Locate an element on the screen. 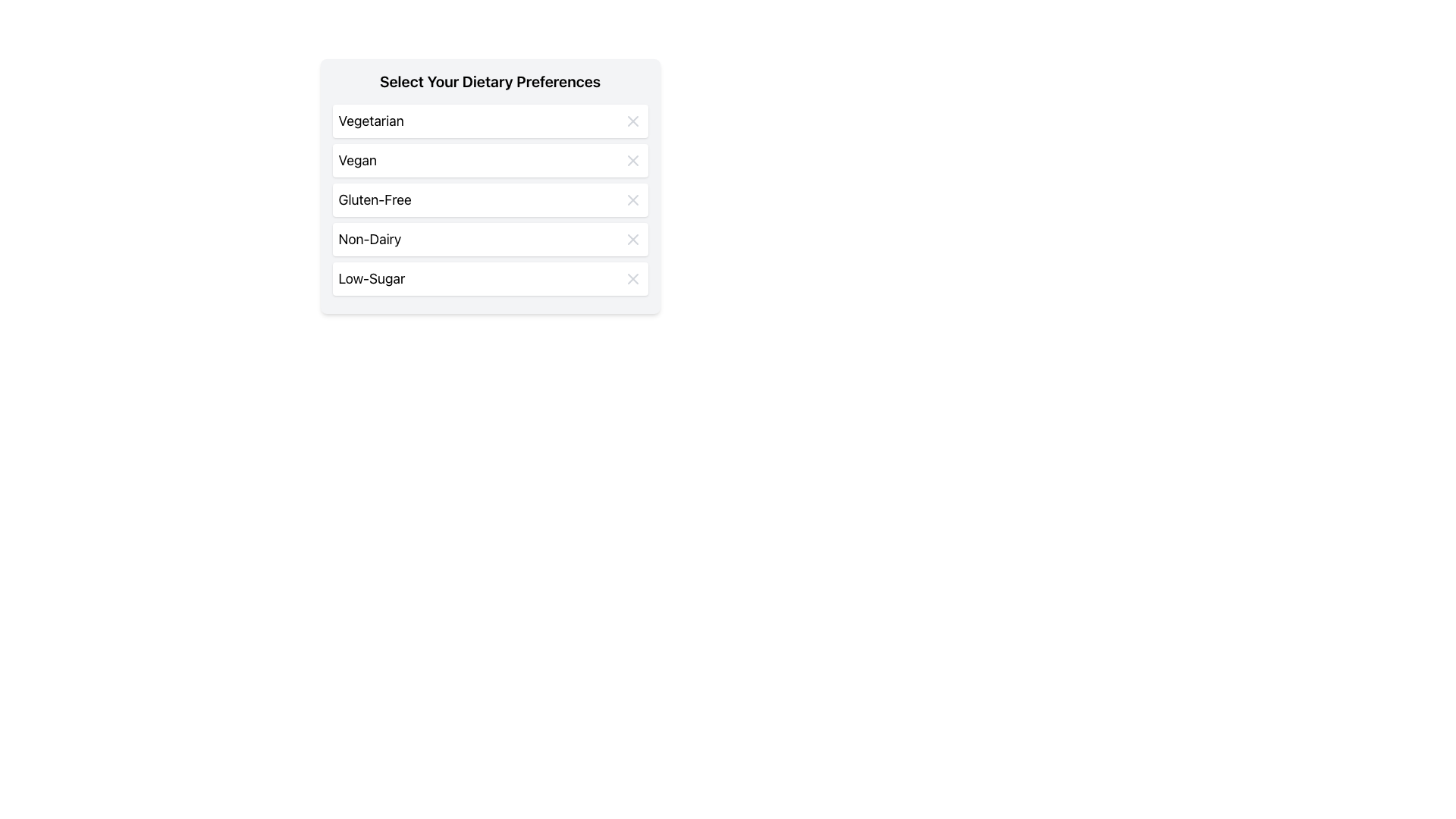 This screenshot has width=1456, height=819. the 'Non-Dairy' list item is located at coordinates (490, 239).